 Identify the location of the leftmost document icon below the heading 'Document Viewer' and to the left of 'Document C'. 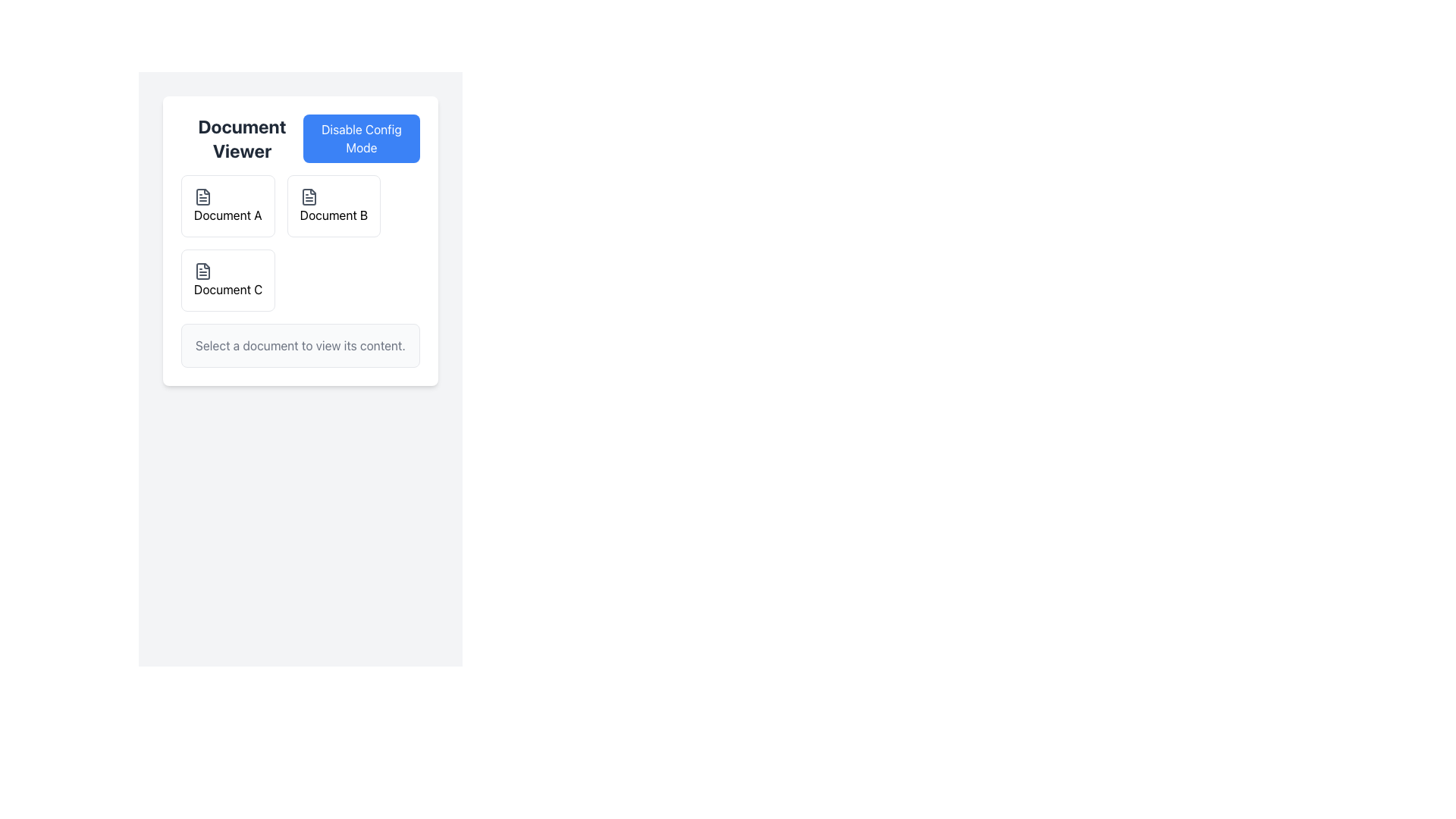
(202, 271).